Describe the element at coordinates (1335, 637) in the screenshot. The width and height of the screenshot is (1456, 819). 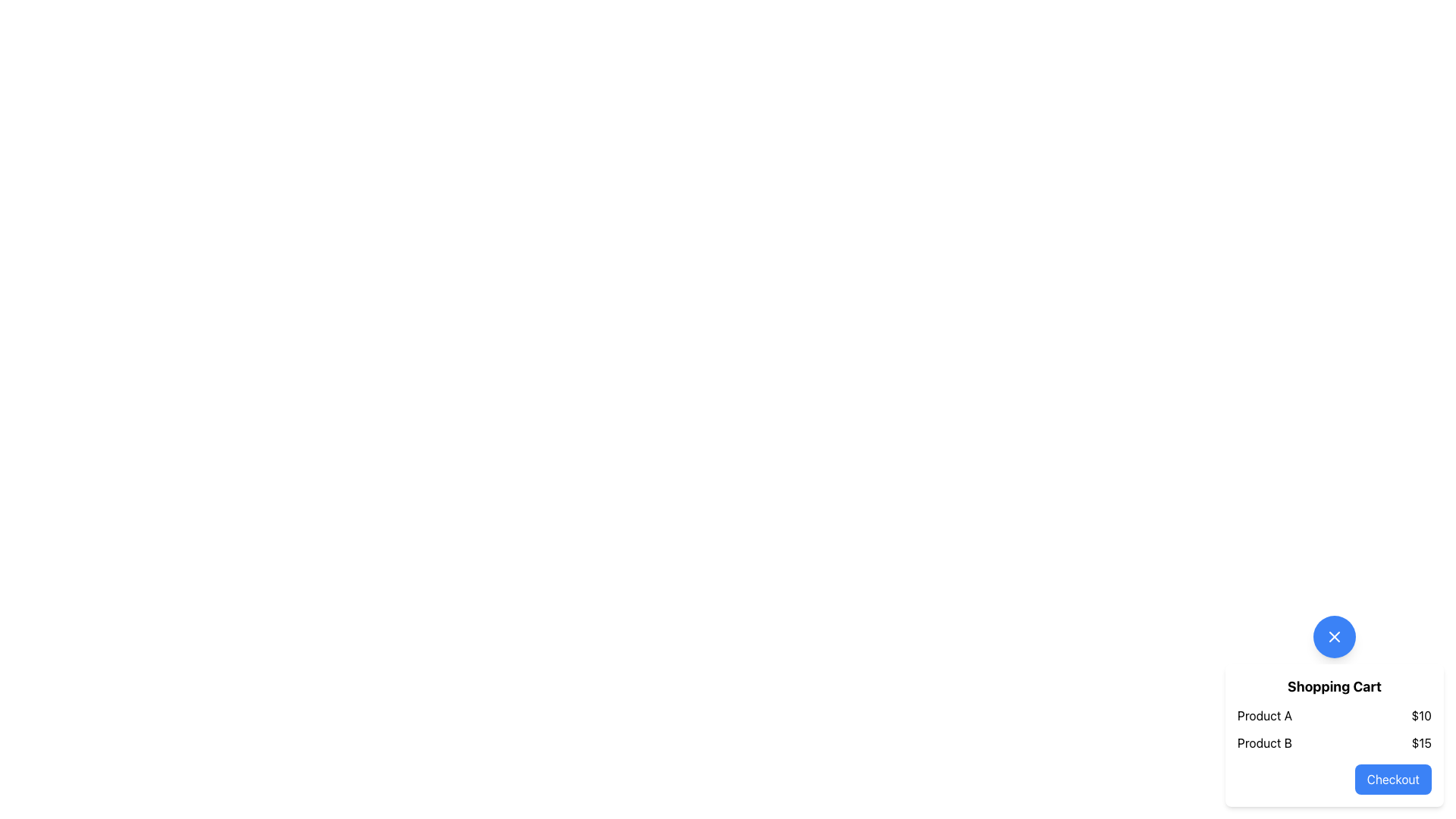
I see `the circular button located at the top right side of the shopping cart interface for visual feedback` at that location.